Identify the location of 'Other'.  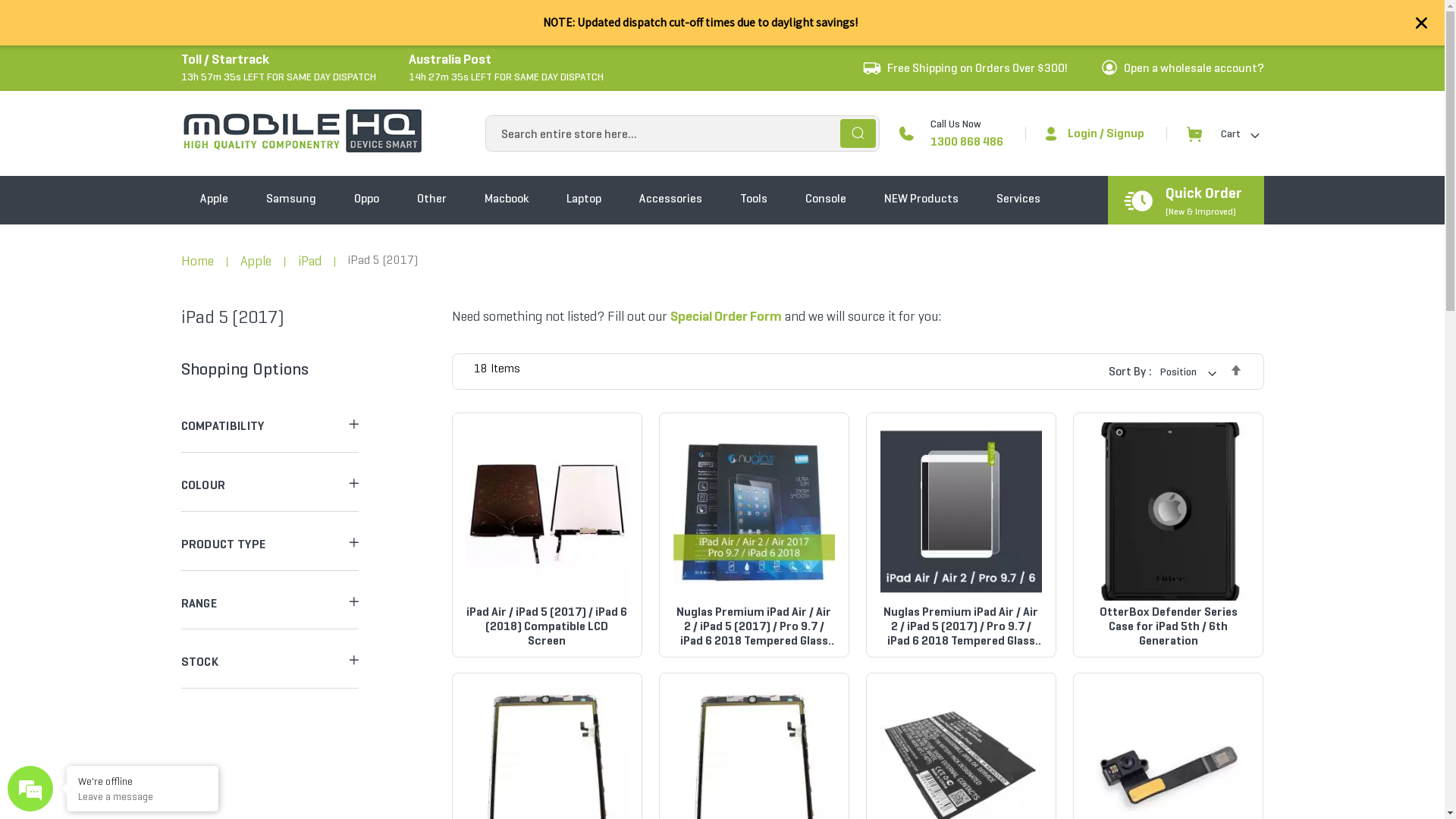
(430, 153).